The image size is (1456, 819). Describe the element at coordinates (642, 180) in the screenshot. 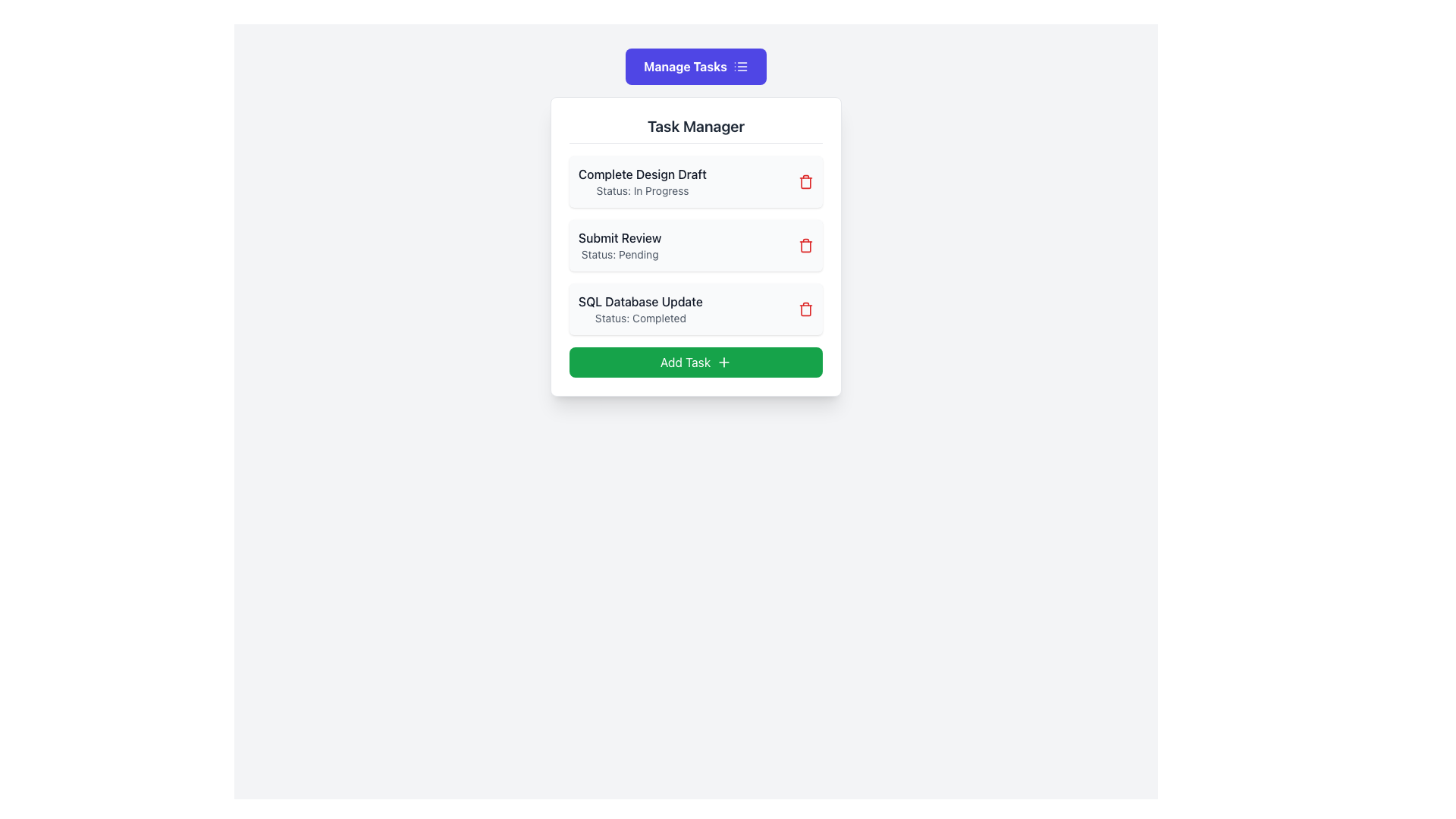

I see `static text display that shows the task title 'Complete Design Draft' and its status 'In Progress', located under the 'Task Manager' heading` at that location.